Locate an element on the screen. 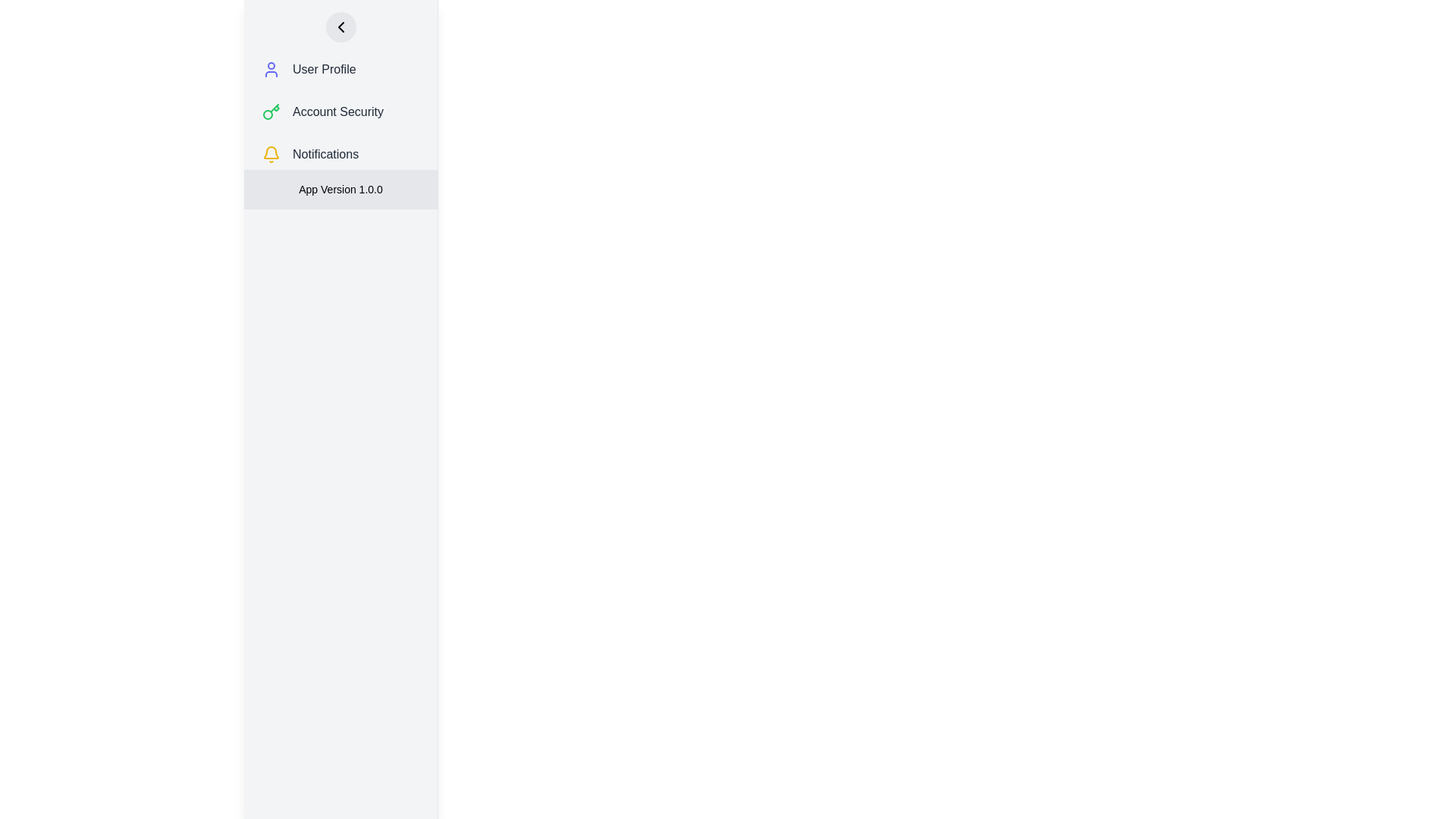 This screenshot has width=1456, height=819. the 'Notifications' text label in the vertical navigation menu, which is located between 'Account Security' and 'App Version 1.0.0' is located at coordinates (325, 155).